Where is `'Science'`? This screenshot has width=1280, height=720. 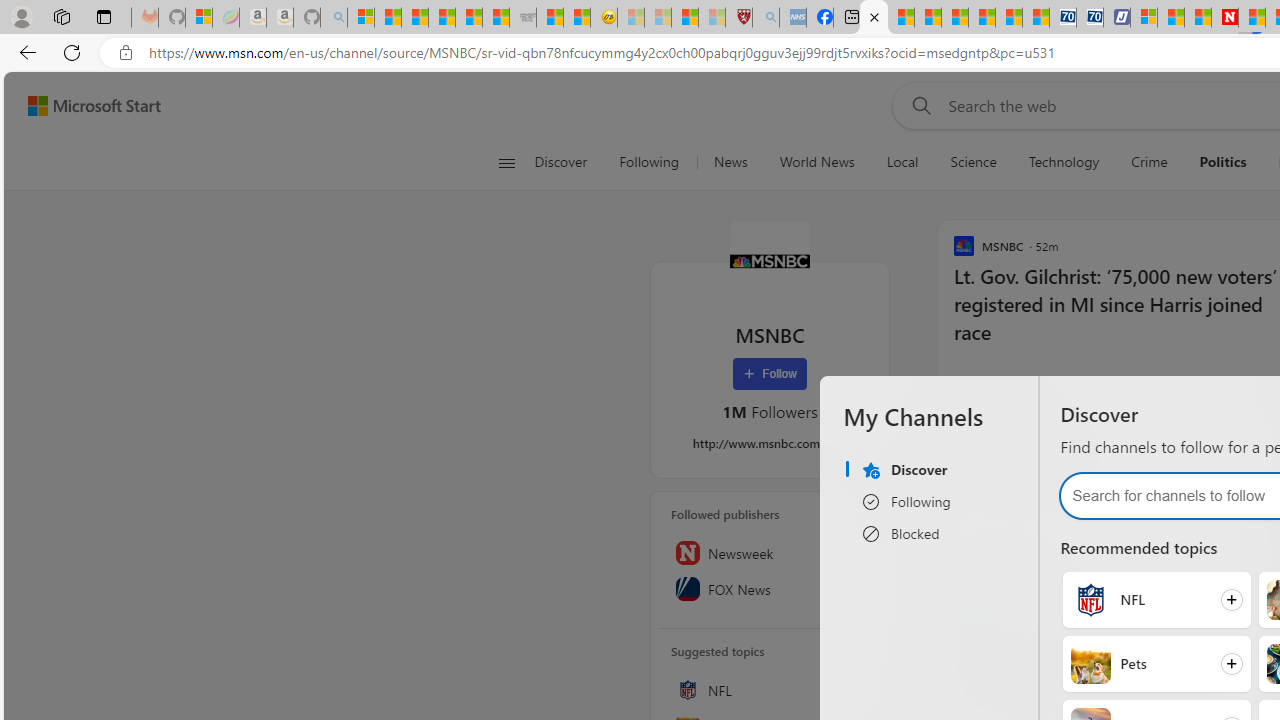
'Science' is located at coordinates (973, 162).